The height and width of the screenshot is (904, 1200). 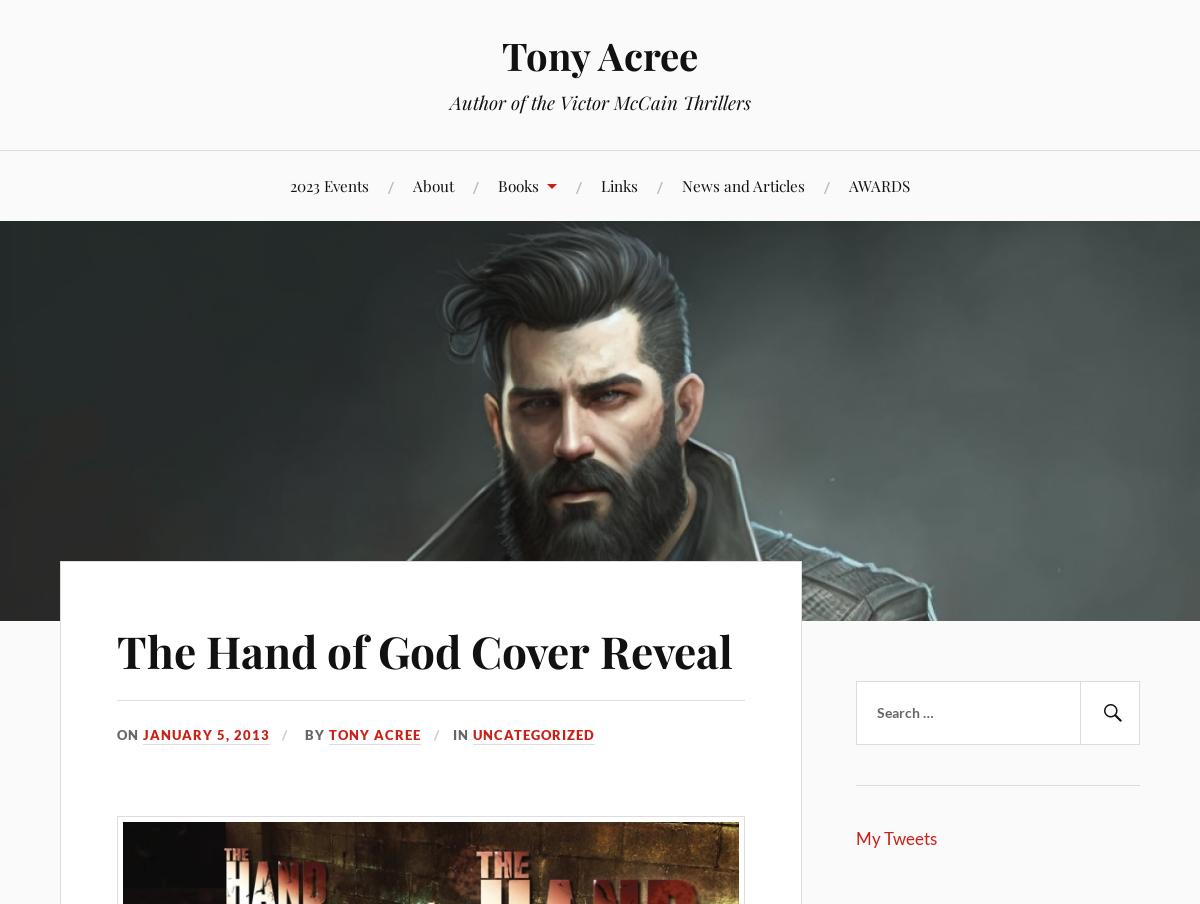 I want to click on 'January 5, 2013', so click(x=204, y=732).